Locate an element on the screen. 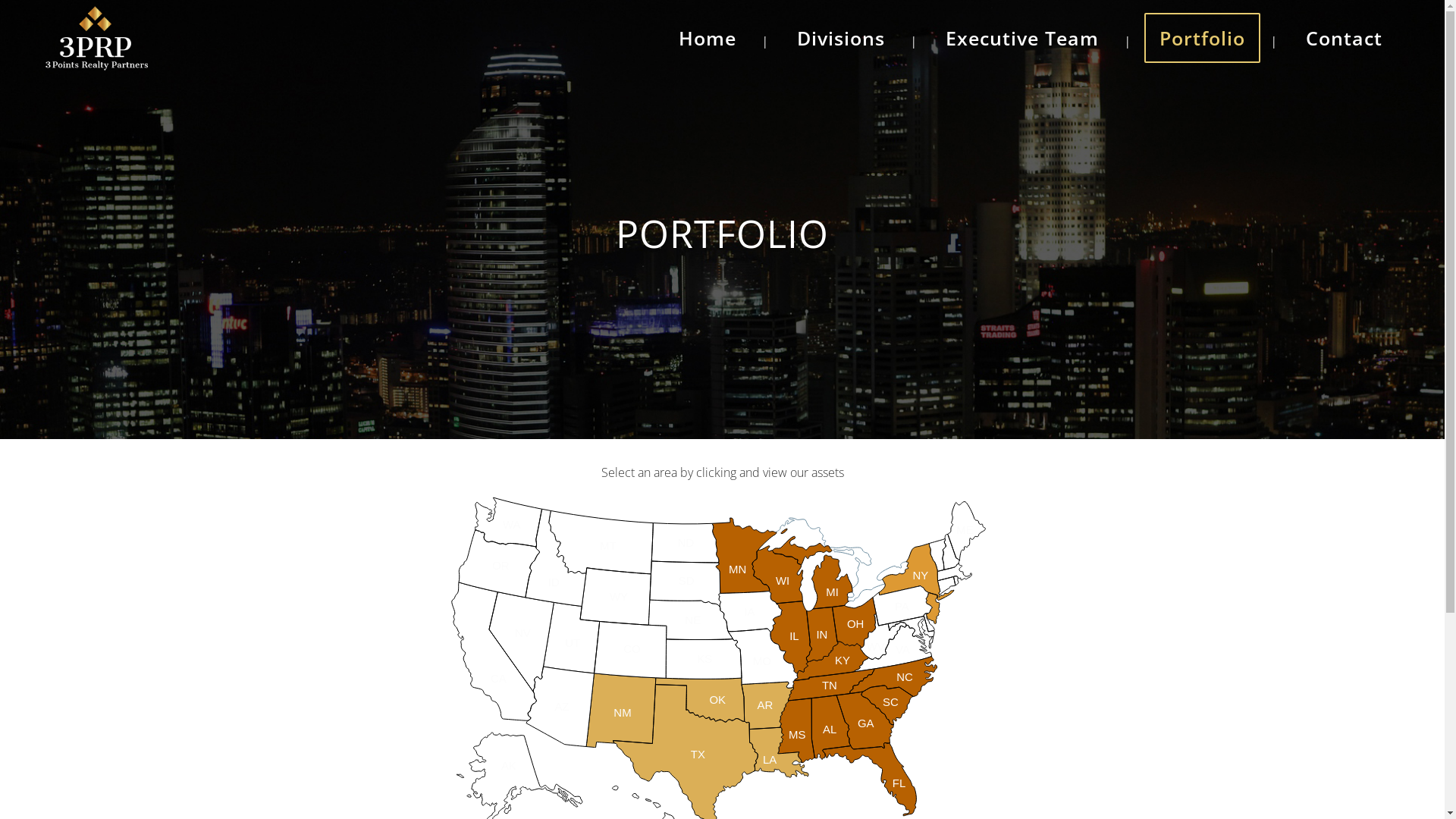  'Portfolio' is located at coordinates (1201, 37).